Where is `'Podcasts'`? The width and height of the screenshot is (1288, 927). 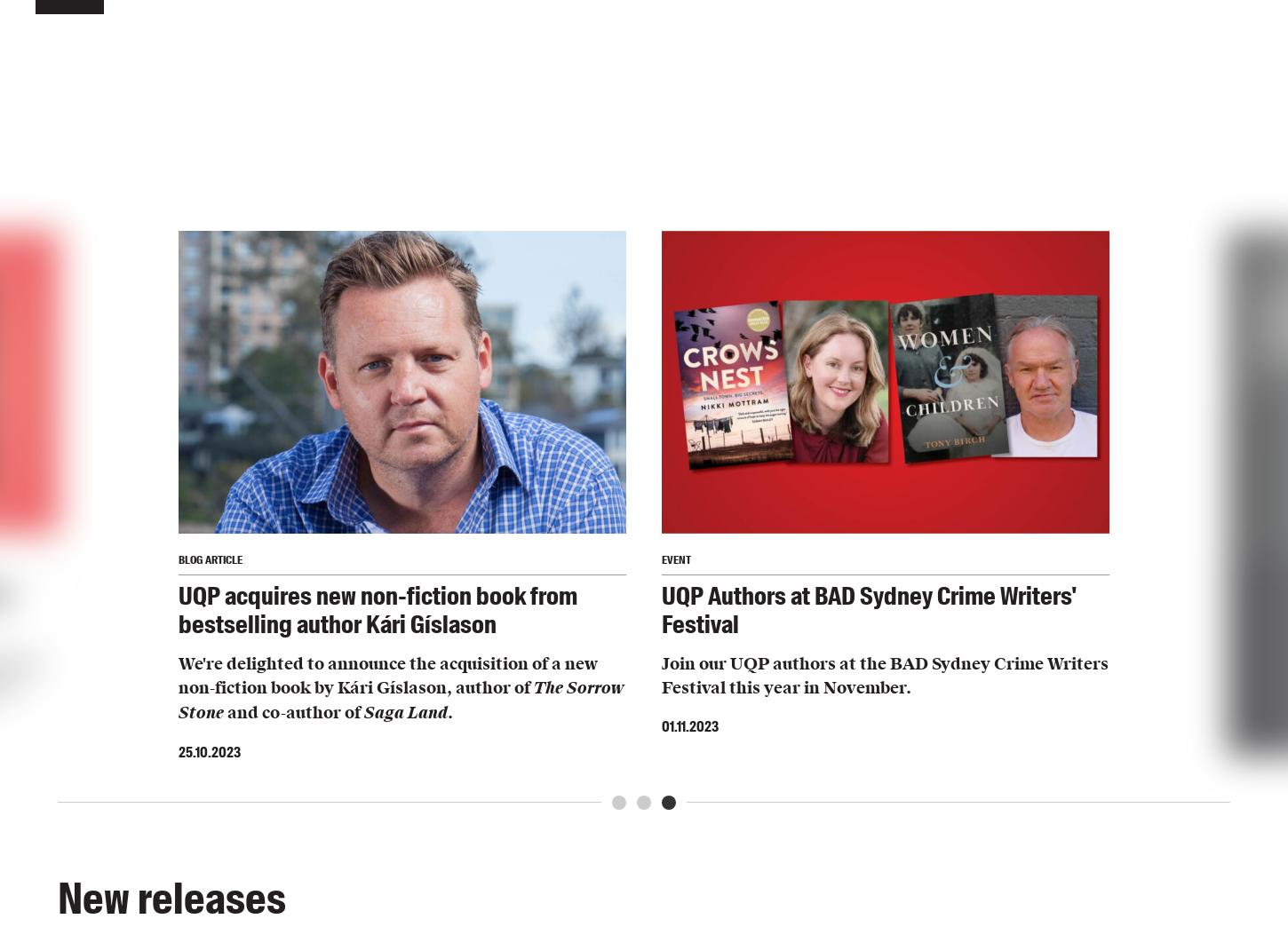 'Podcasts' is located at coordinates (331, 286).